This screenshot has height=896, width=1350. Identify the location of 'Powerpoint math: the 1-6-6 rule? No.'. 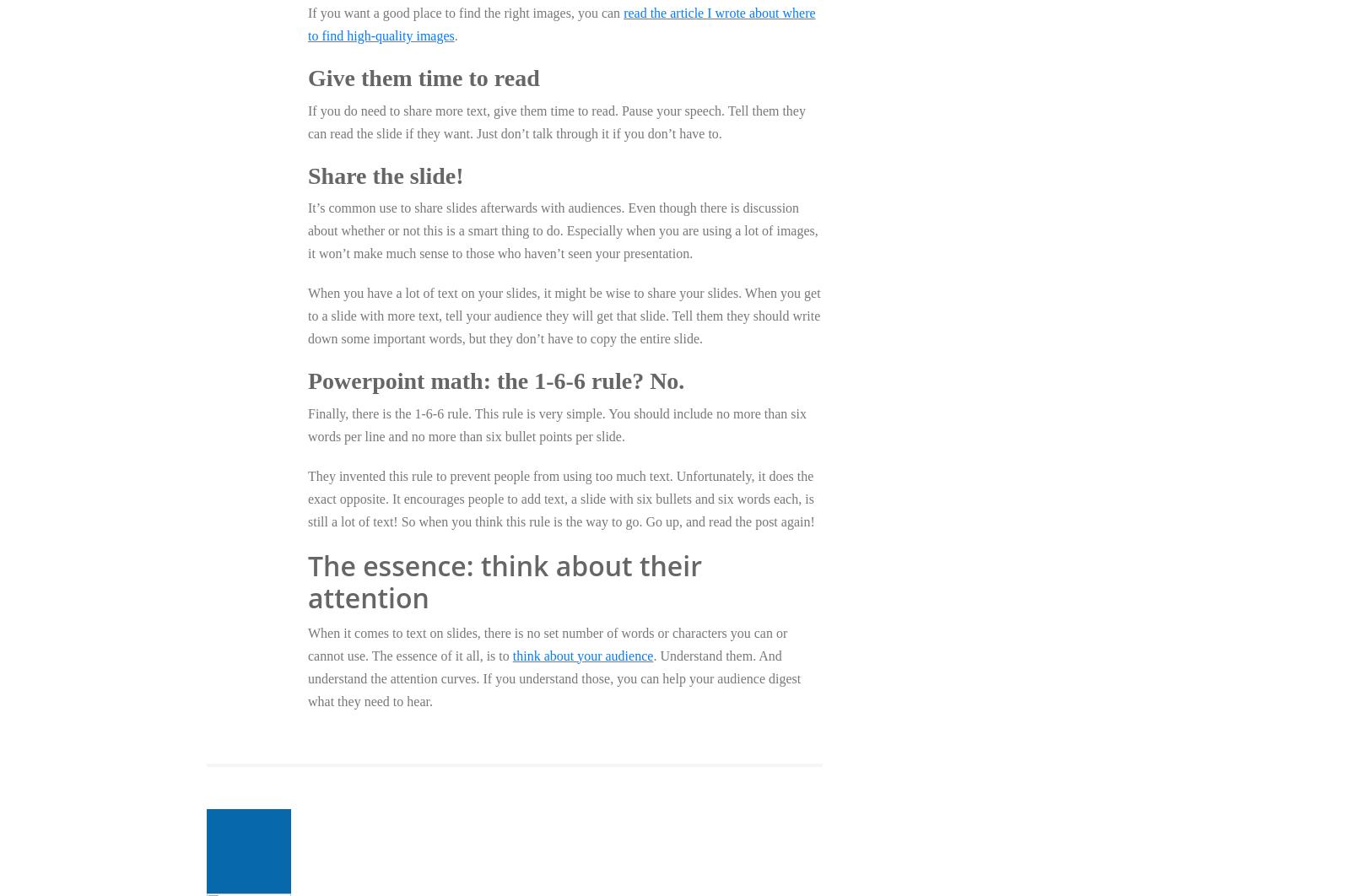
(495, 380).